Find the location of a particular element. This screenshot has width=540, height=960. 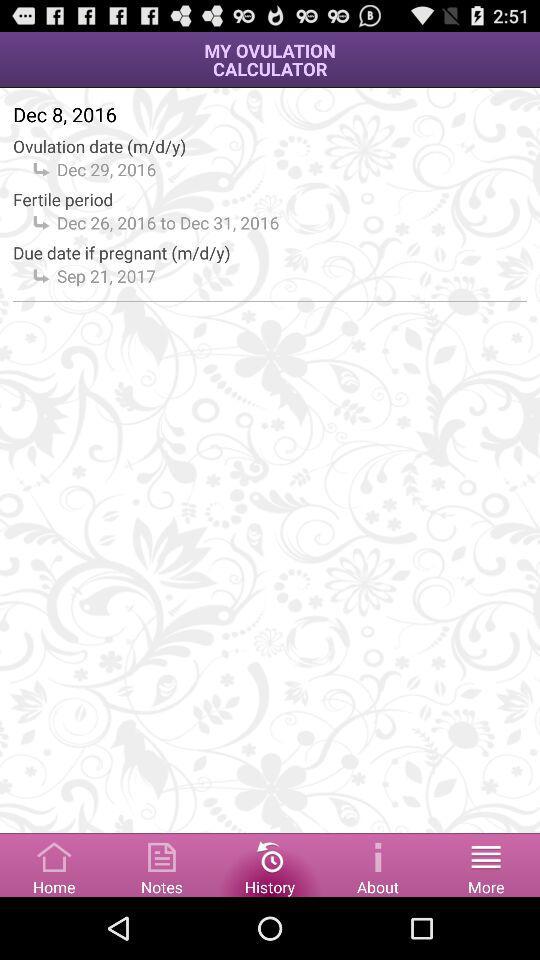

show more options is located at coordinates (485, 863).